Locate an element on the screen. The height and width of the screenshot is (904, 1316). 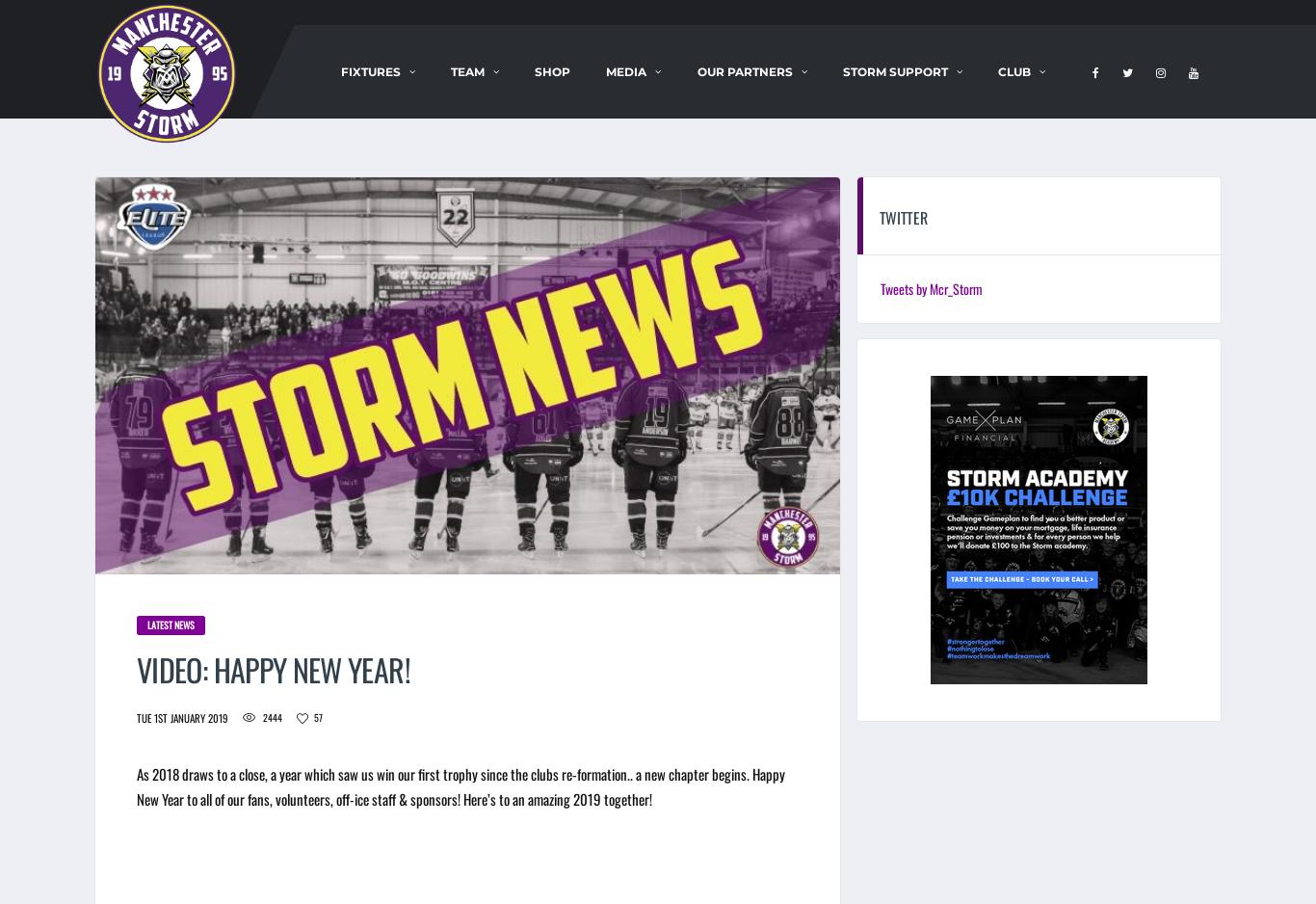
'Social Media' is located at coordinates (661, 93).